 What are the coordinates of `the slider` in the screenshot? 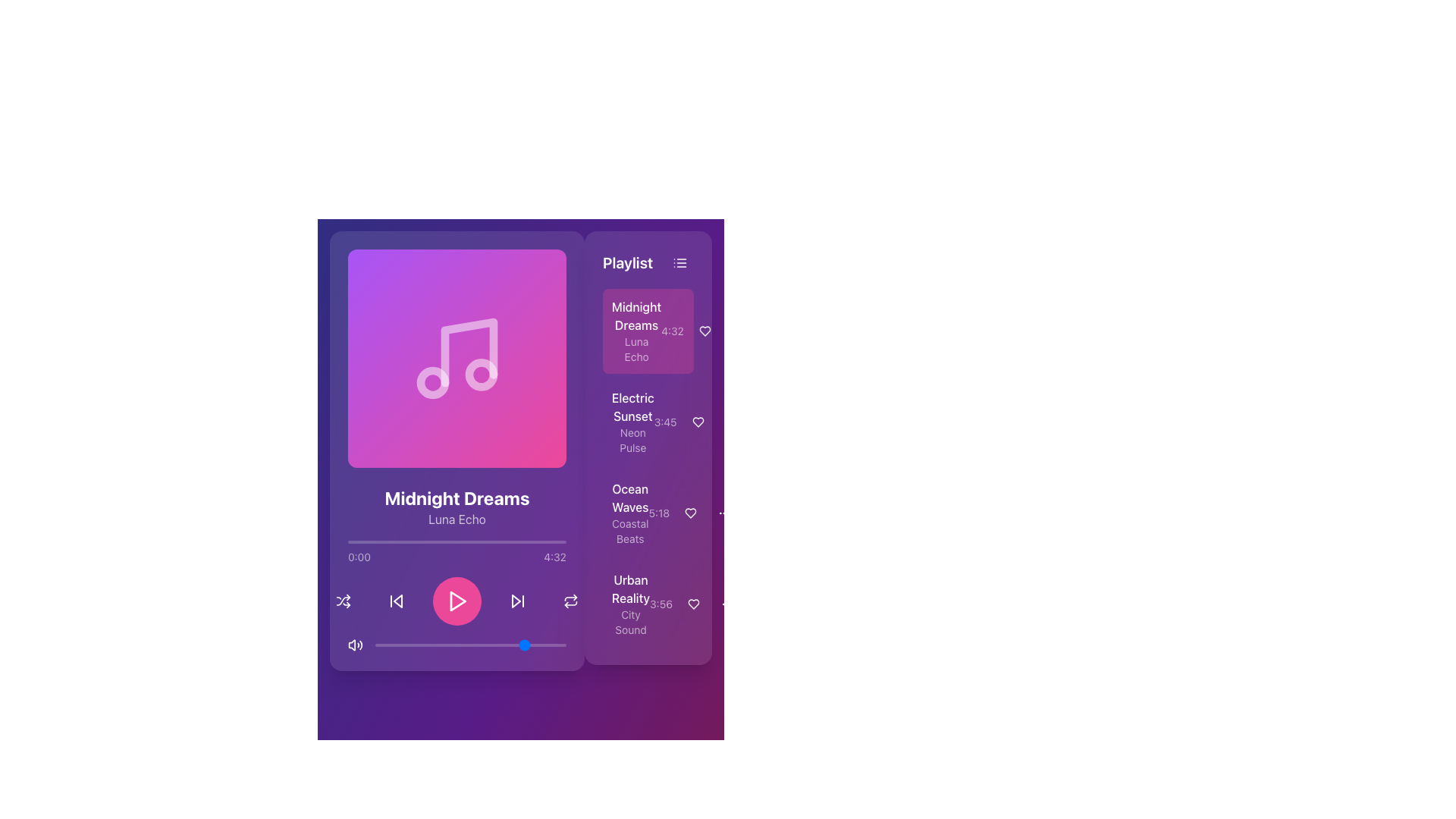 It's located at (435, 645).